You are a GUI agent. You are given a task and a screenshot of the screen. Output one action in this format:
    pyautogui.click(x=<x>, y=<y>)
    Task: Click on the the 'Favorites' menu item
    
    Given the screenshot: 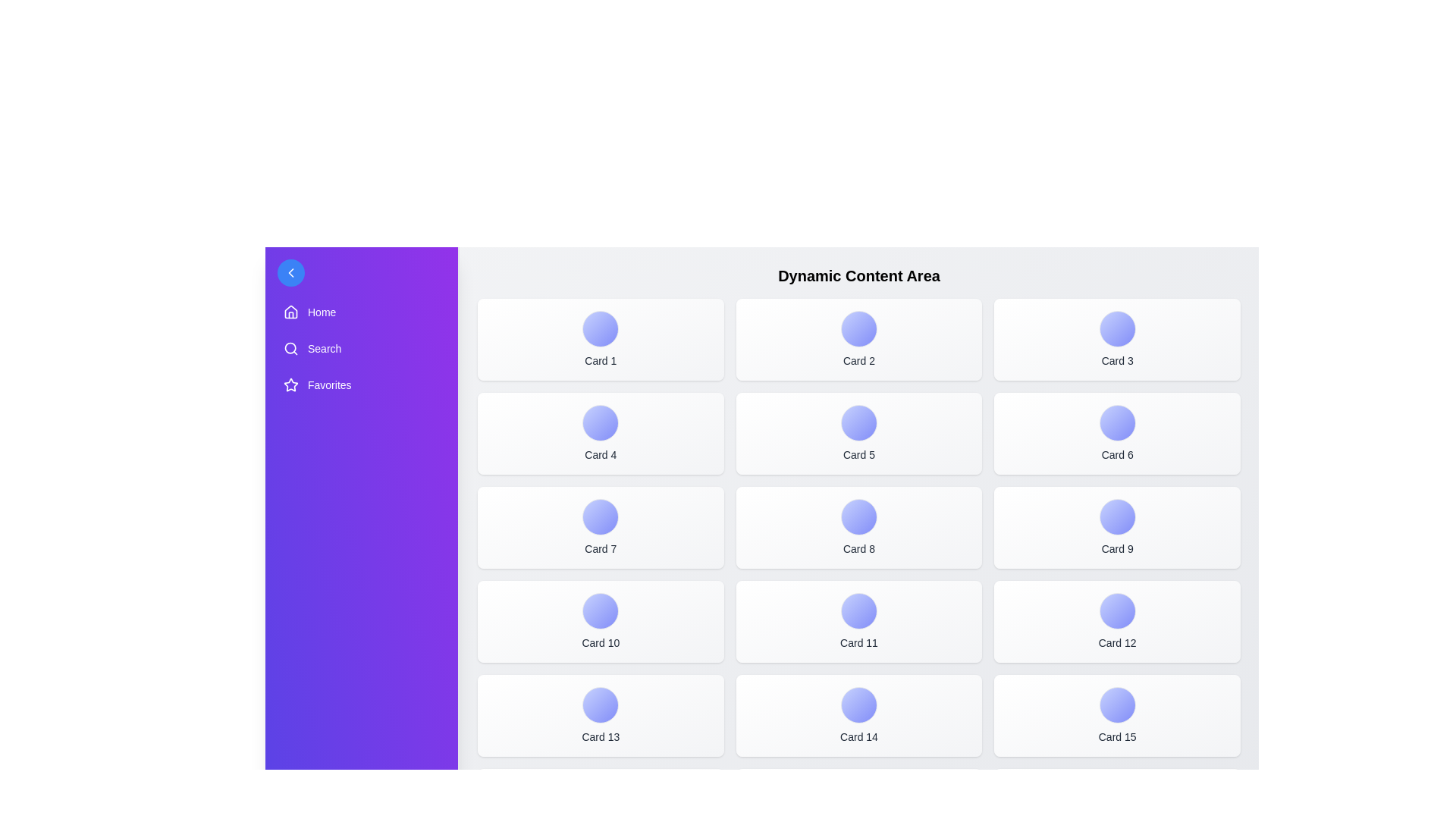 What is the action you would take?
    pyautogui.click(x=360, y=384)
    